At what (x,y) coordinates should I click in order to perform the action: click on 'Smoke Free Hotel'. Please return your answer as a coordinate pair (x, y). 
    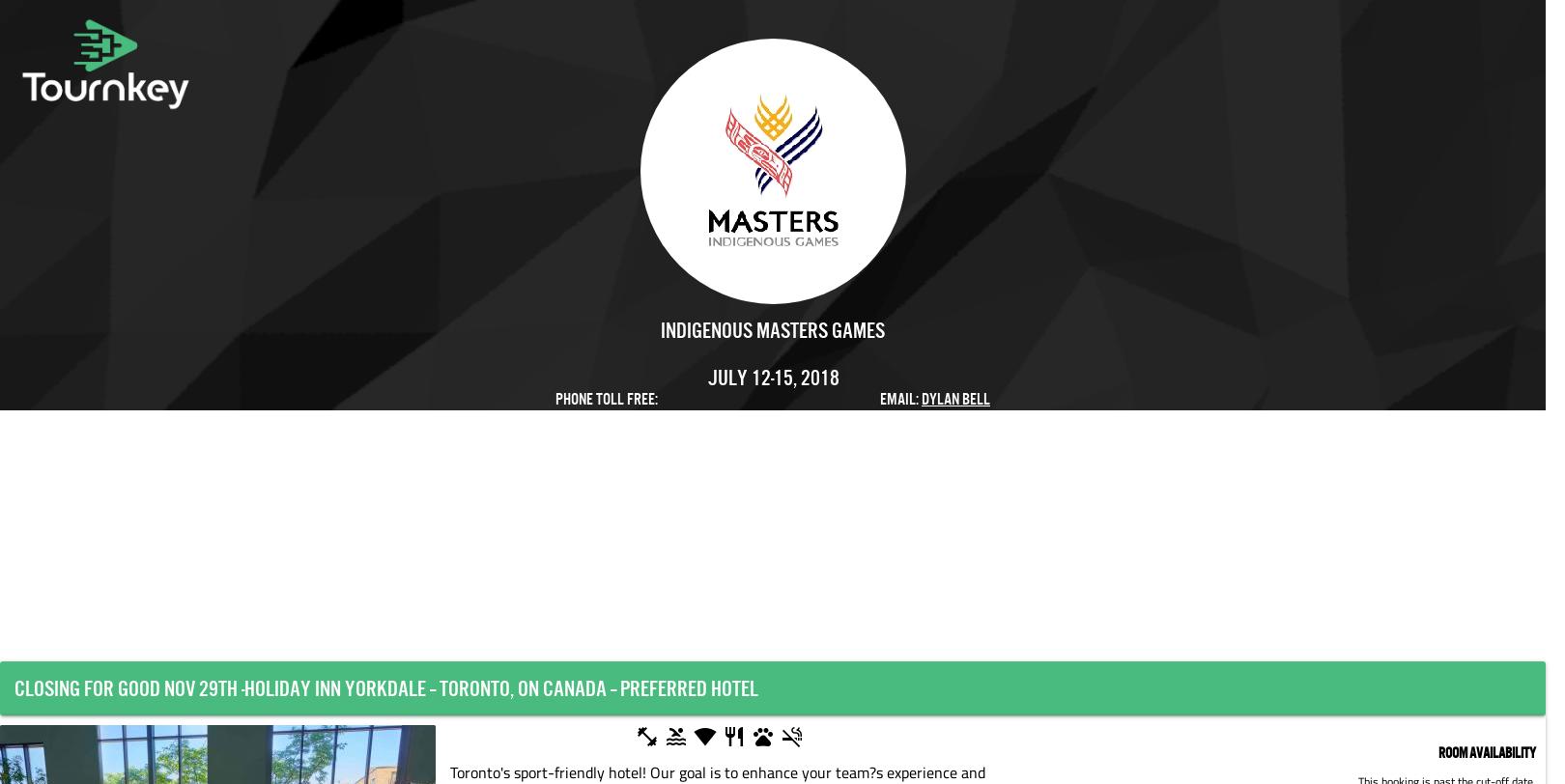
    Looking at the image, I should click on (868, 739).